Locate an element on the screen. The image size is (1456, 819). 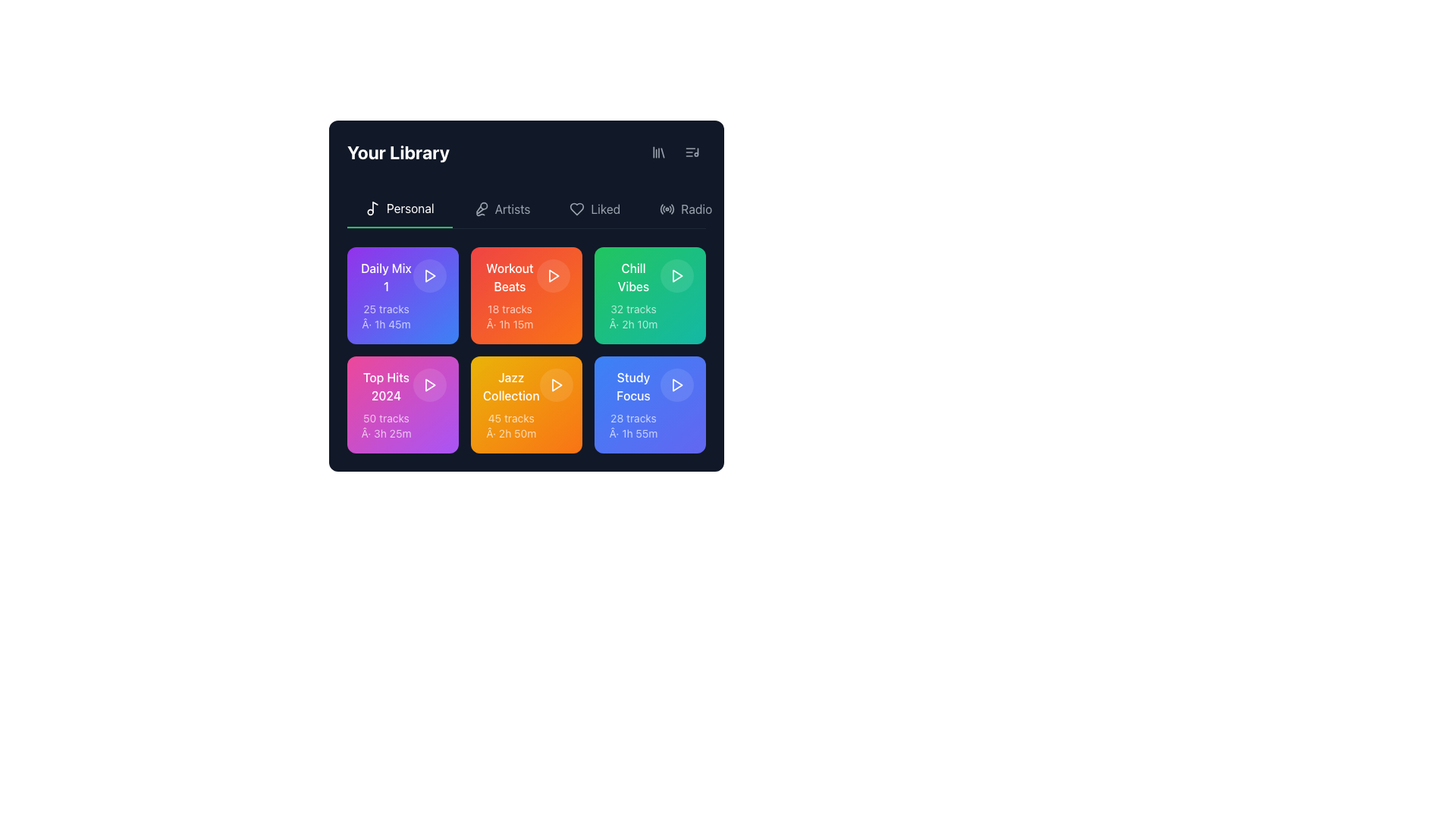
the text displaying the details '32 tracks Â· 2h 10m' located within the 'Chill Vibes' playlist card, which is centered horizontally in the lower region of the card is located at coordinates (633, 315).